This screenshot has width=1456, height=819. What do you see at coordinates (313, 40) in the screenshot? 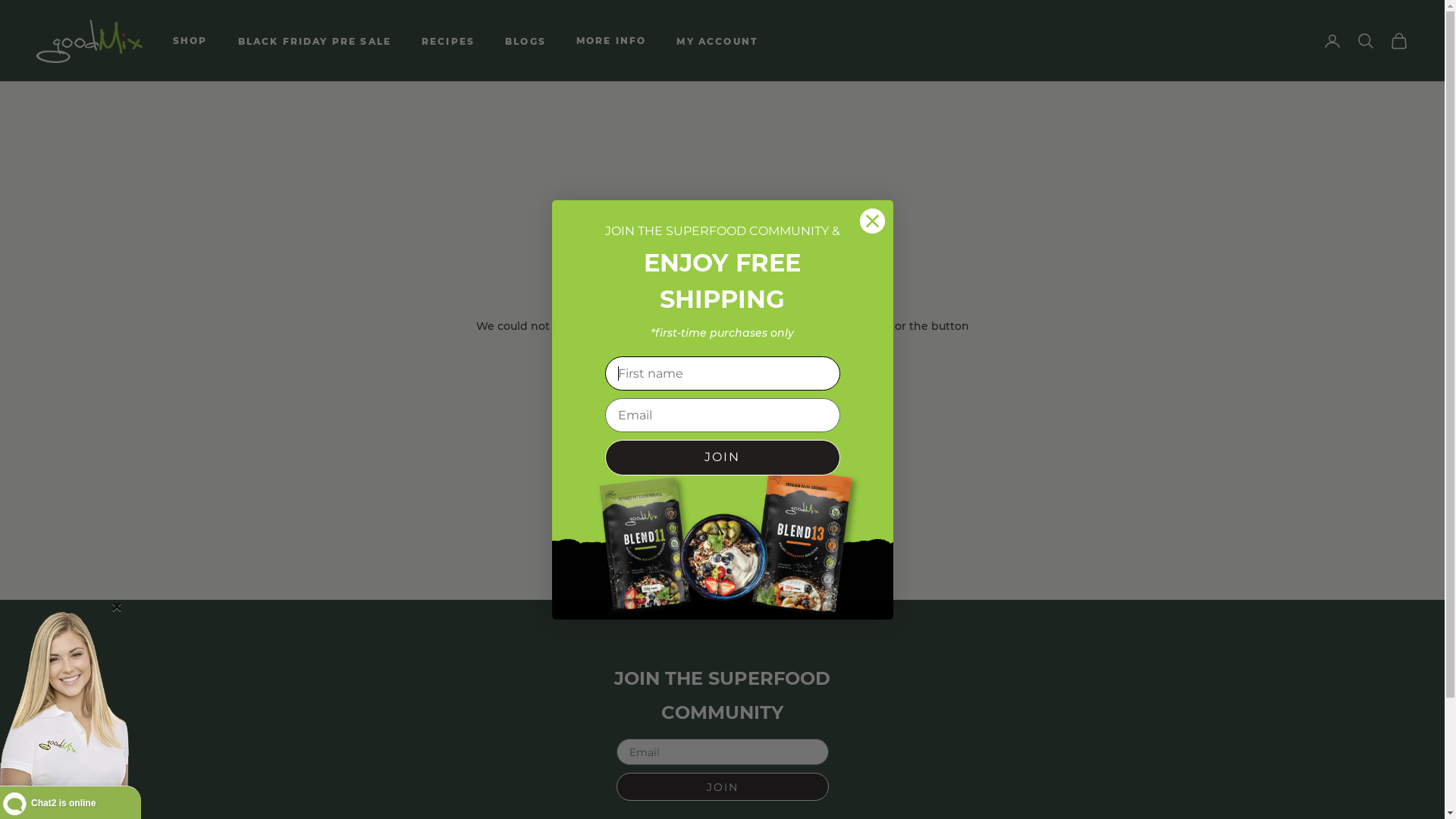
I see `'BLACK FRIDAY PRE SALE'` at bounding box center [313, 40].